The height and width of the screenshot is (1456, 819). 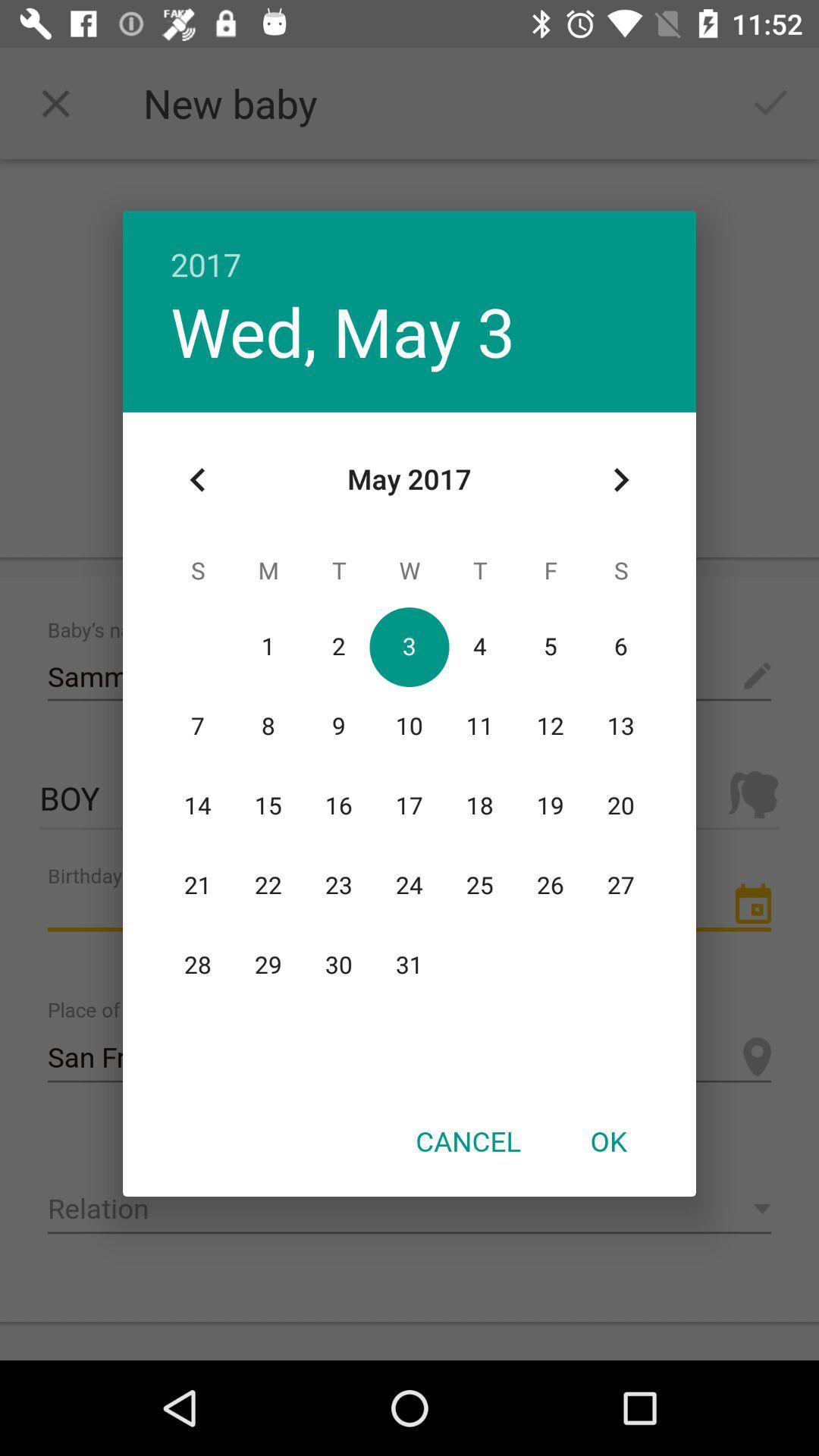 What do you see at coordinates (620, 479) in the screenshot?
I see `icon at the top right corner` at bounding box center [620, 479].